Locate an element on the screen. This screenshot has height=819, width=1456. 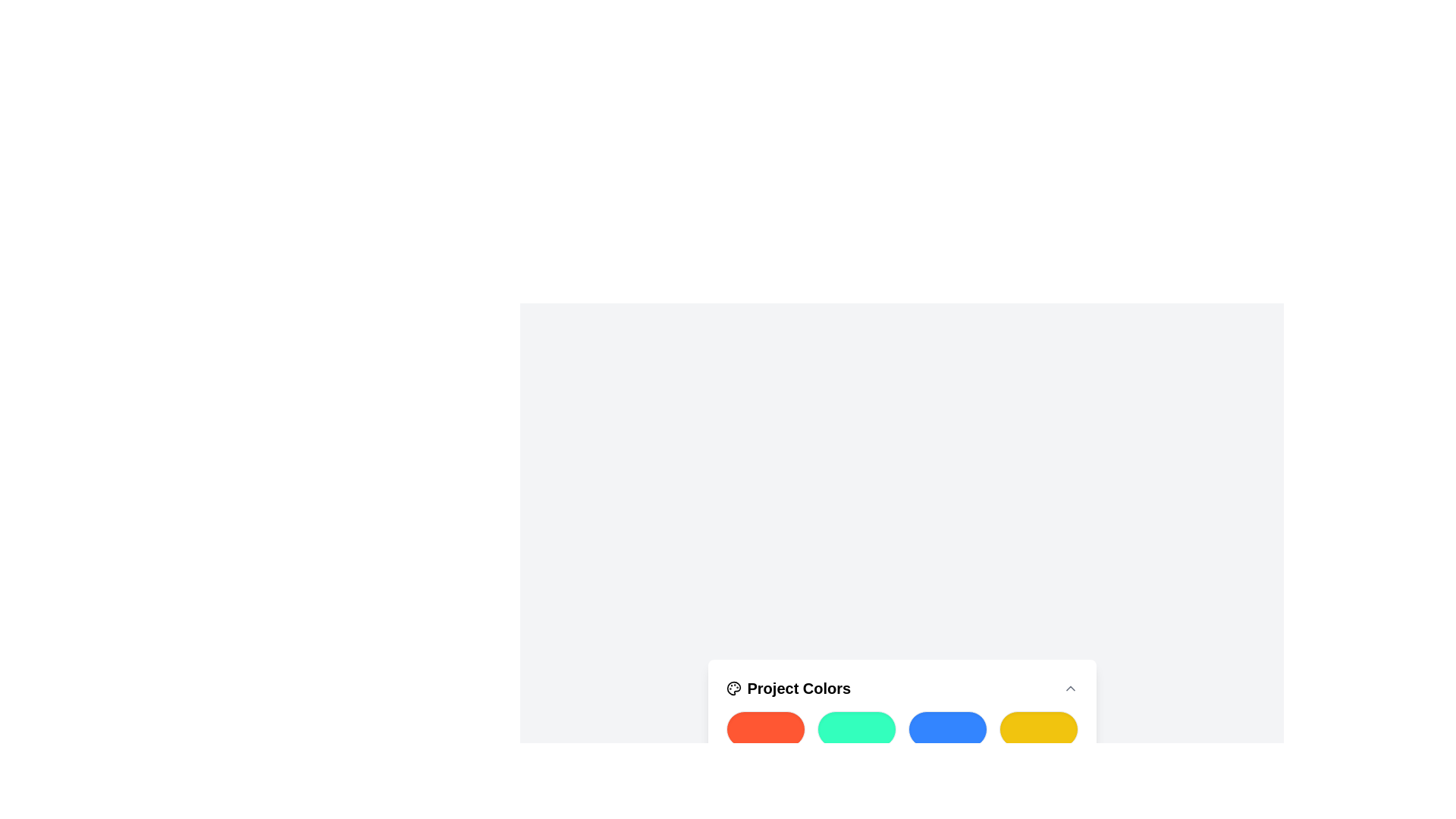
the Chevron Icon located in the upper-right corner of the 'Project Colors' section to trigger the collapsing or scrolling action is located at coordinates (1069, 688).